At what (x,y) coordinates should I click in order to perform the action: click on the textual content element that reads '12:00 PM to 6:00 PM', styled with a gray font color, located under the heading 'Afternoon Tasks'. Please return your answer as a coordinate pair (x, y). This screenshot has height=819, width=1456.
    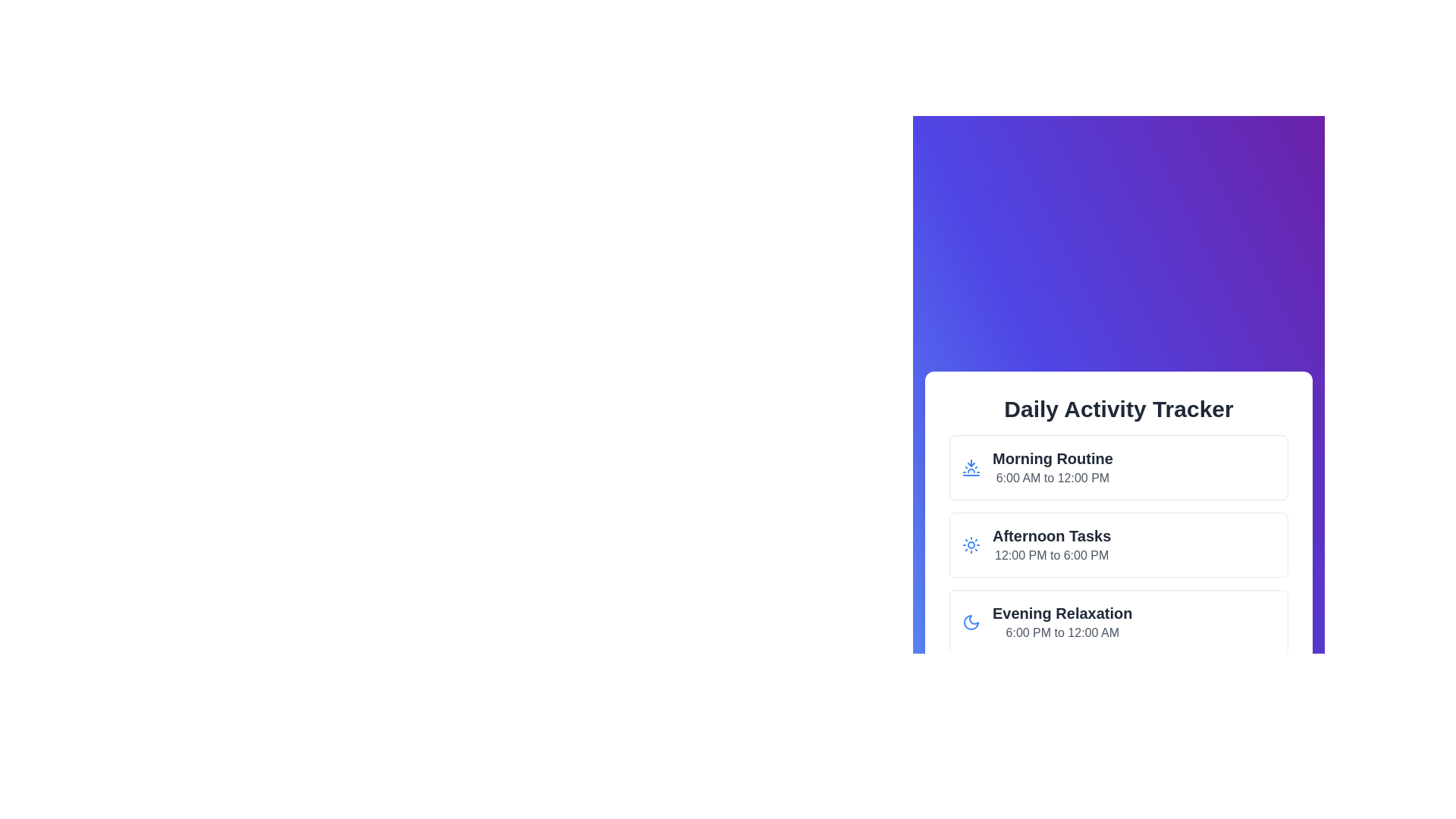
    Looking at the image, I should click on (1051, 555).